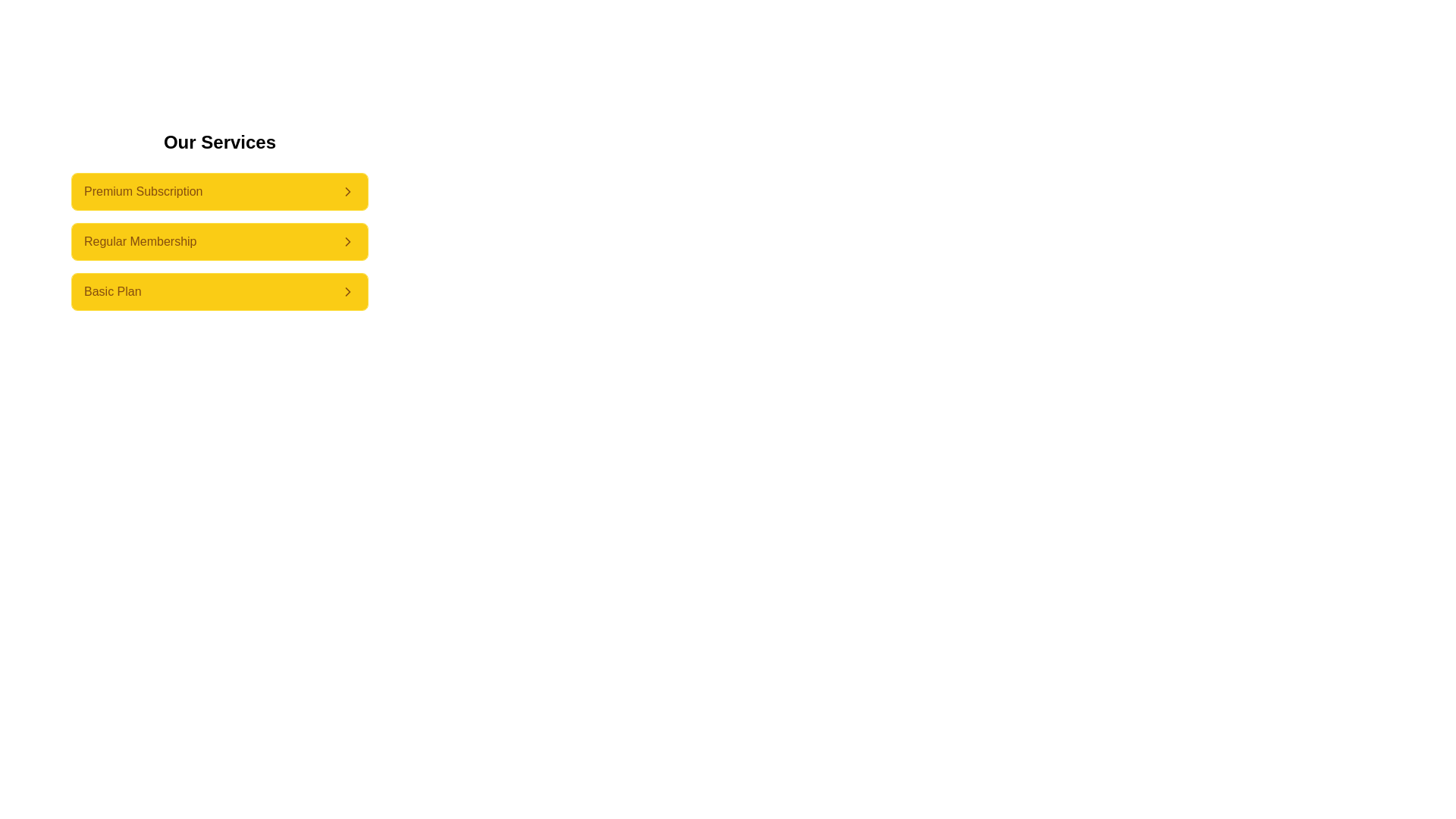 The image size is (1456, 819). What do you see at coordinates (347, 191) in the screenshot?
I see `the right-pointing chevron icon in the 'Premium Subscription' list item` at bounding box center [347, 191].